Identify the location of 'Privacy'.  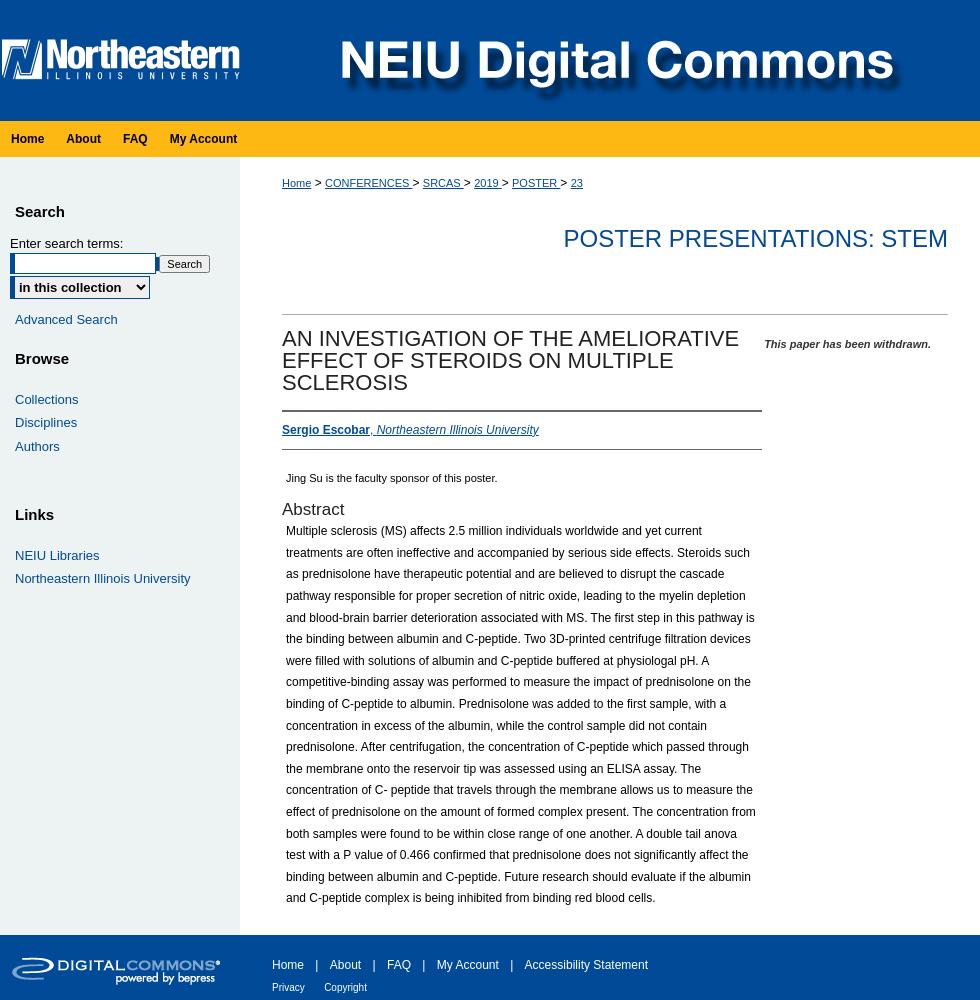
(272, 985).